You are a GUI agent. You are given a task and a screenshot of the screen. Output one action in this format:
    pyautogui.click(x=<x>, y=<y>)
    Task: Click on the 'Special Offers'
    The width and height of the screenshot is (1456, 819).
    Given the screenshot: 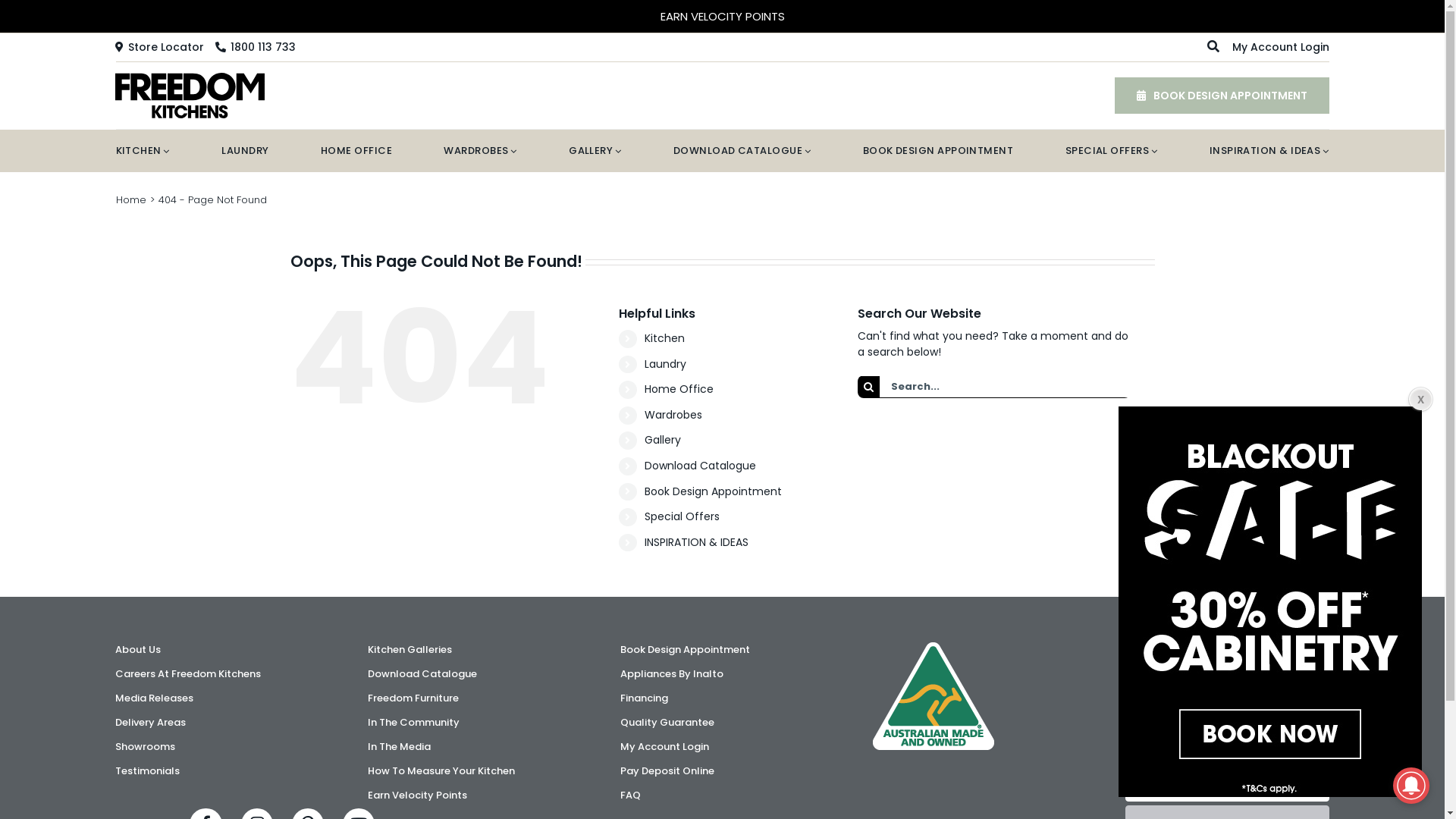 What is the action you would take?
    pyautogui.click(x=644, y=516)
    